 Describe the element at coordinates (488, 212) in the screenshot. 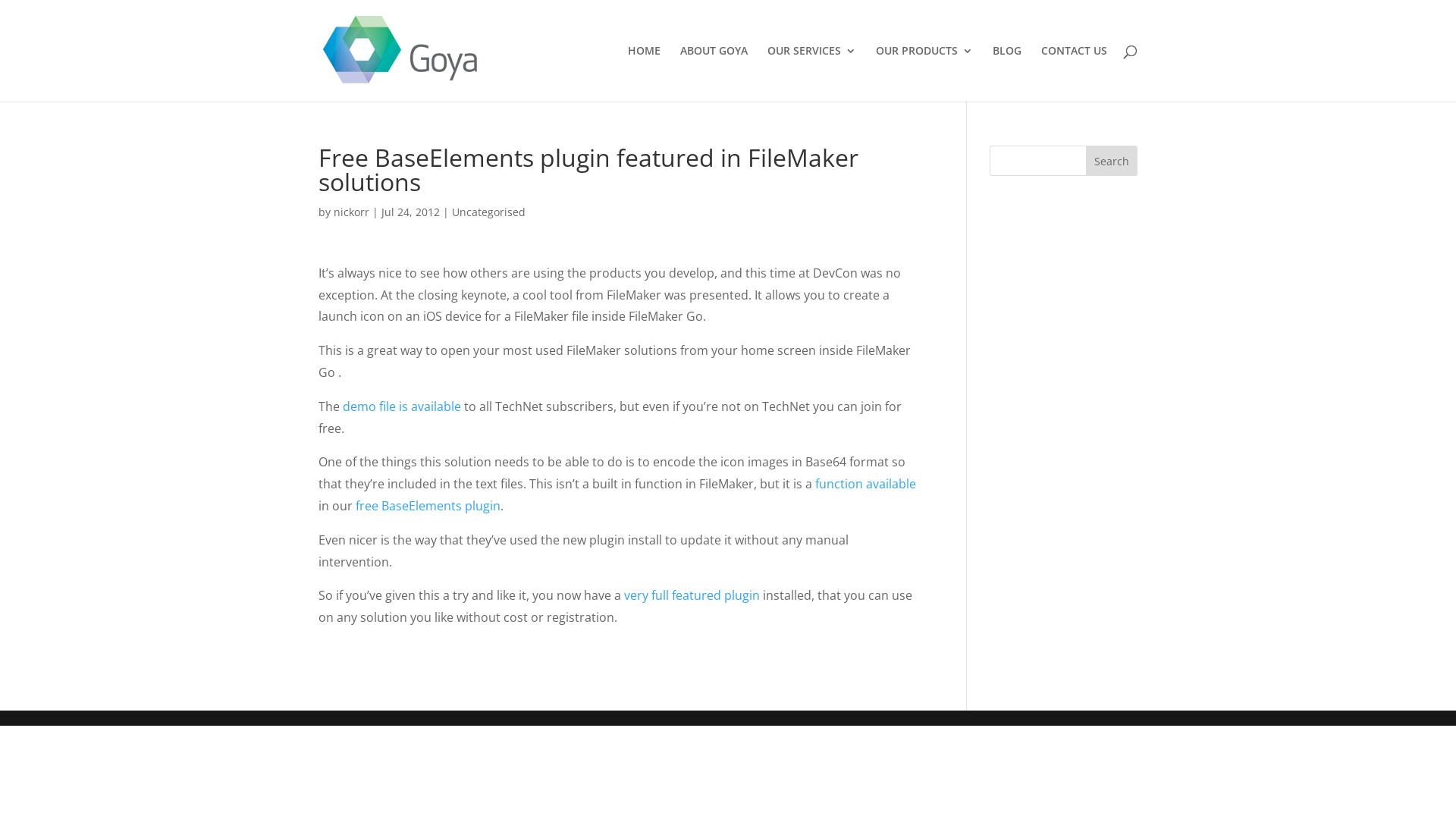

I see `'Uncategorised'` at that location.